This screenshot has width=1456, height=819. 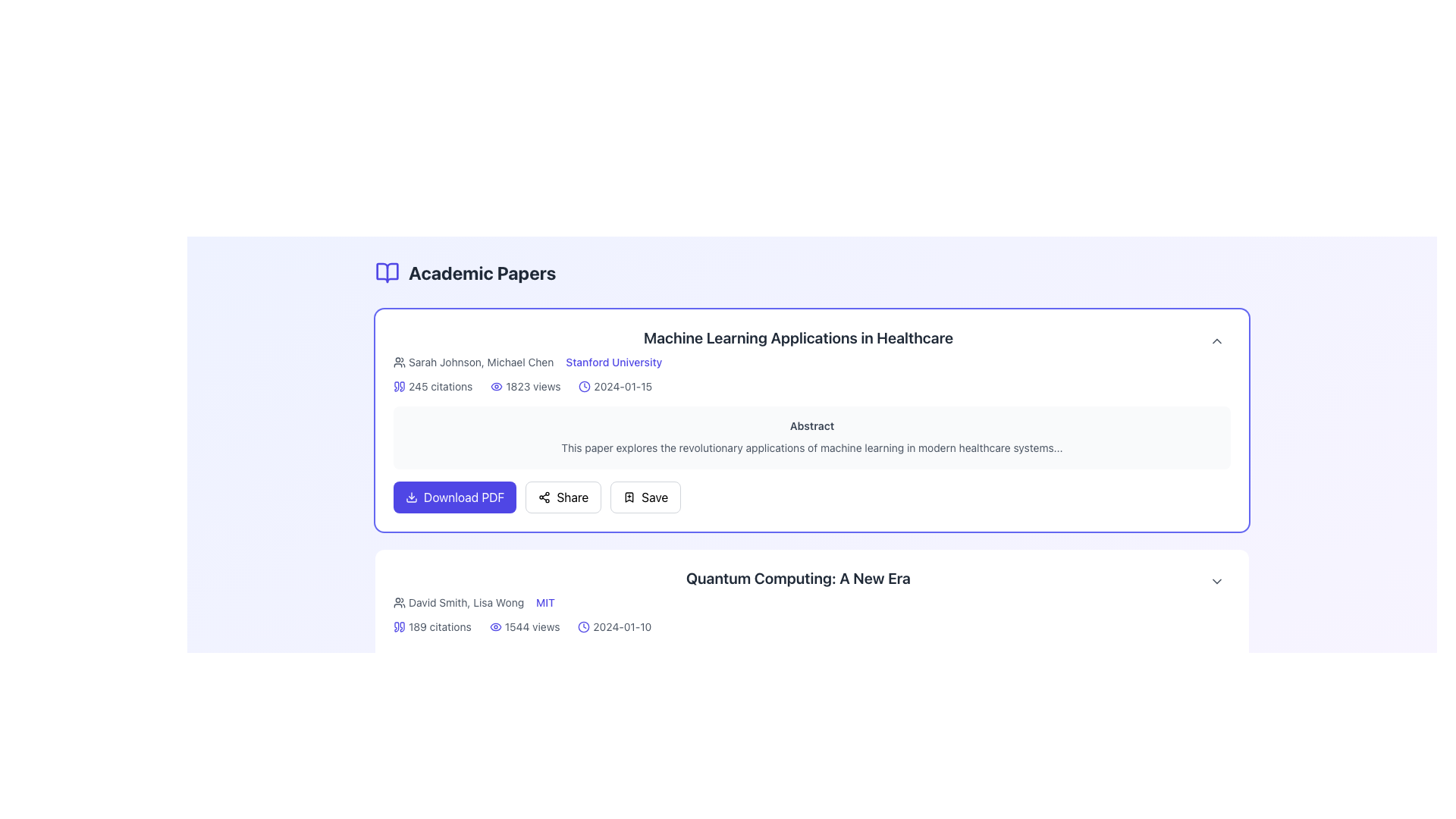 What do you see at coordinates (400, 385) in the screenshot?
I see `the SVG Icon representing citations, which indicates '245 citations' for the first academic paper listing` at bounding box center [400, 385].